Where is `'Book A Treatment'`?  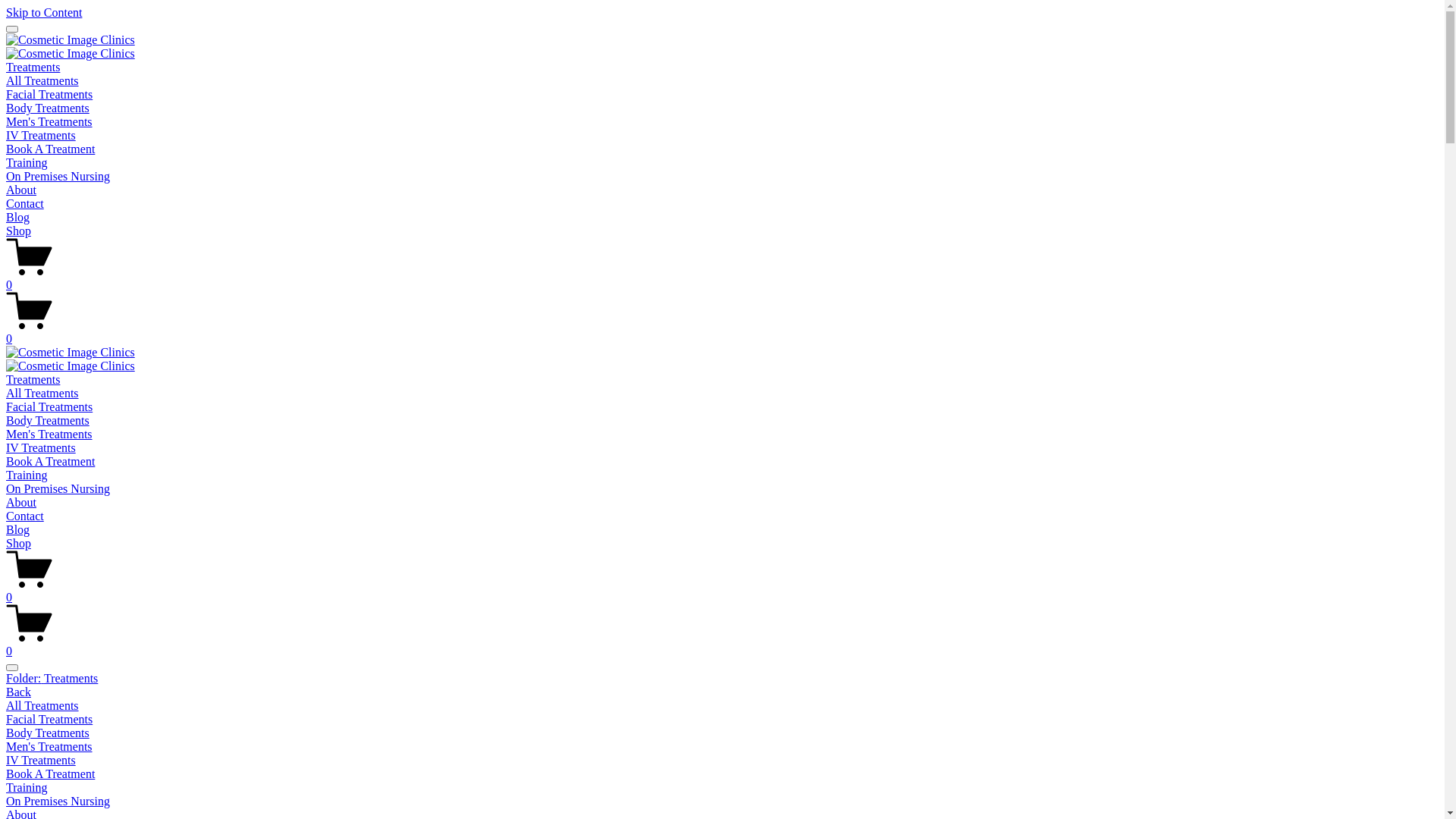
'Book A Treatment' is located at coordinates (50, 149).